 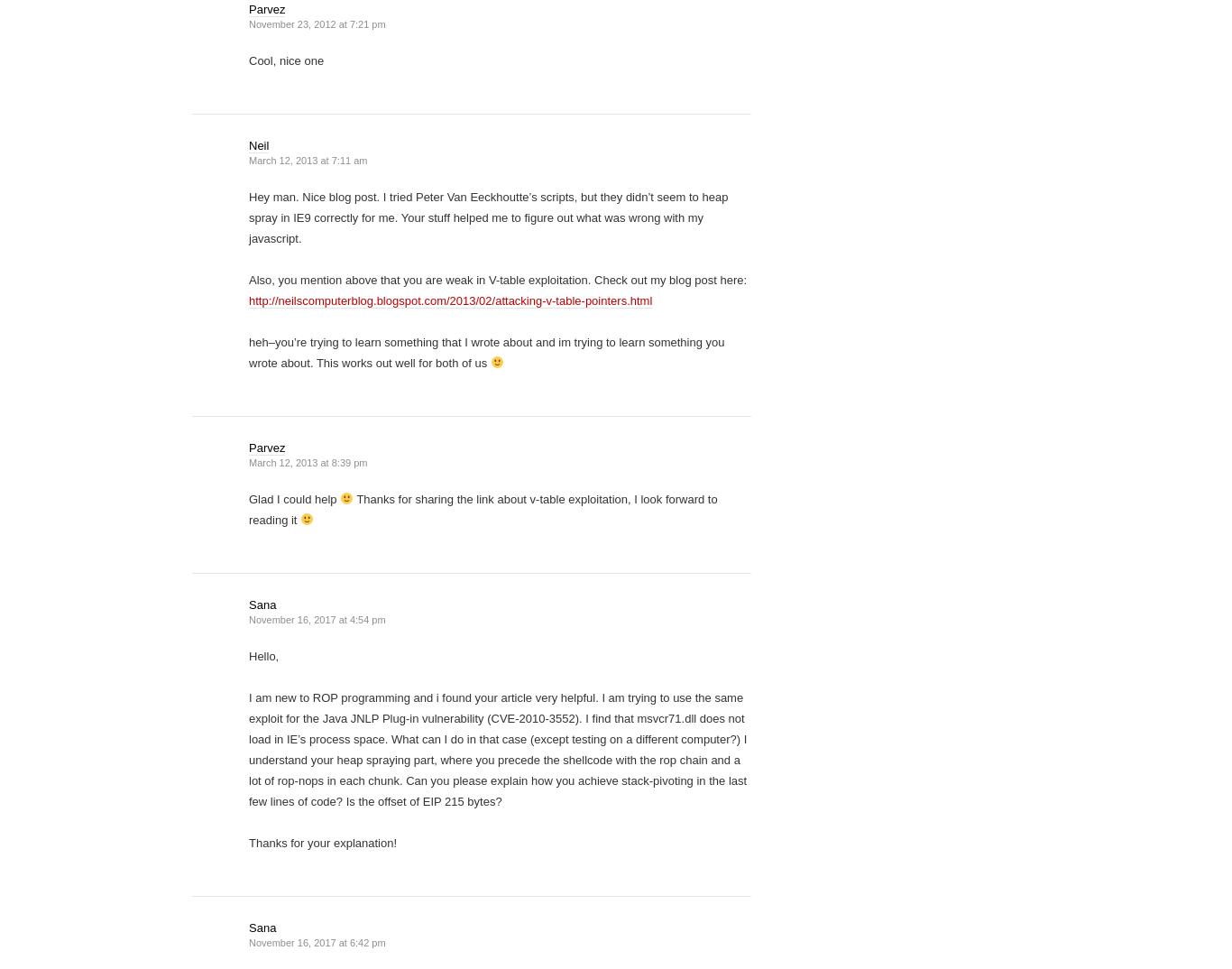 I want to click on 'I am new to ROP programming and i found your article very helpful. I am trying to use the same exploit for the Java JNLP Plug-in vulnerability (CVE-2010-3552). I find that msvcr71.dll does not load in IE’s process space. What can I do in that case (except testing on a different computer?) I understand your heap spraying part, where you precede the shellcode with the rop chain and a lot of rop-nops in each chunk. Can you please explain how you achieve stack-pivoting in the last few lines of code? Is the offset of EIP 215 bytes?', so click(x=498, y=749).